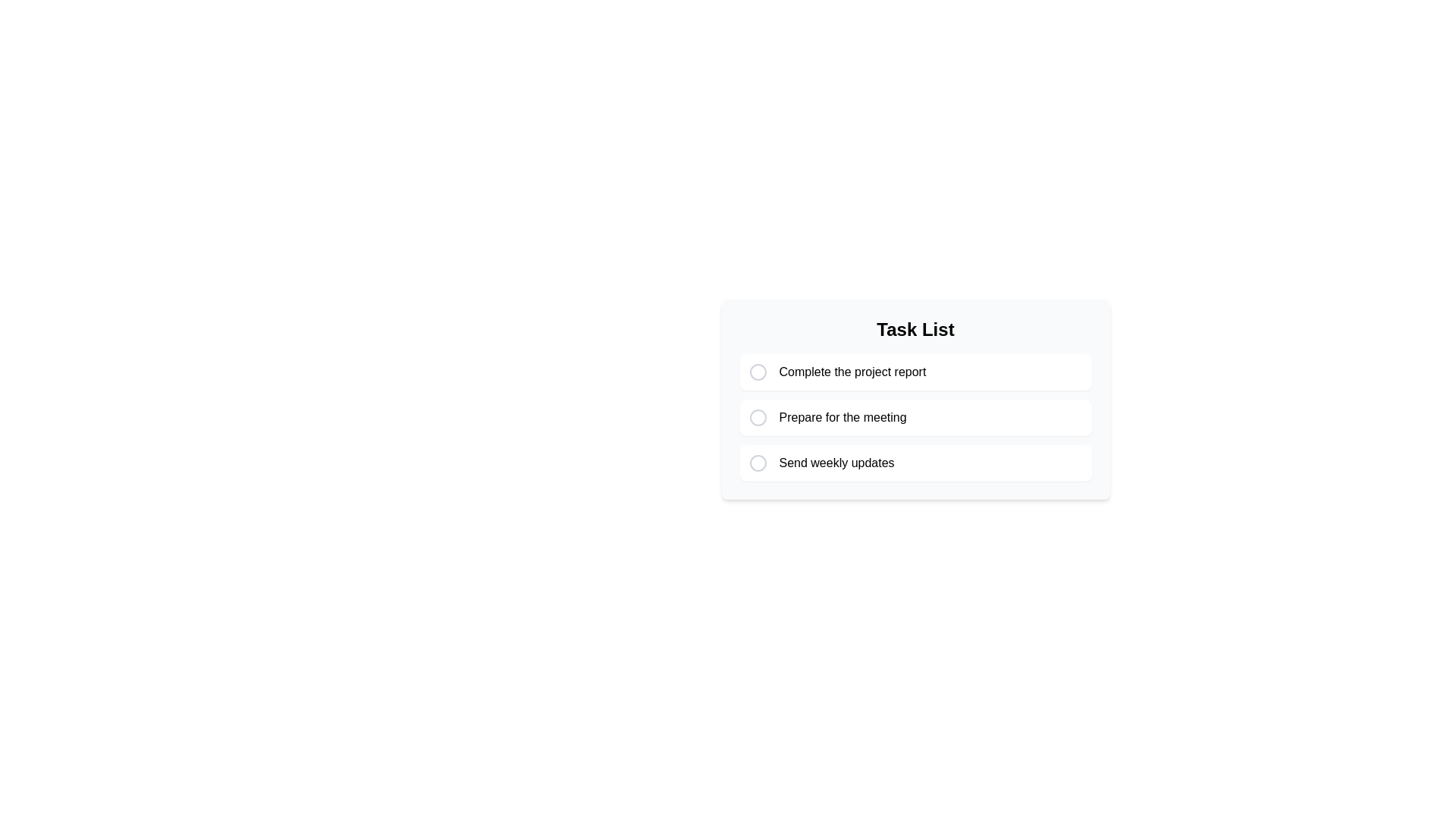 The height and width of the screenshot is (819, 1456). I want to click on the third list item labeled 'Send weekly updates' in the task list to mark or select it, so click(915, 462).